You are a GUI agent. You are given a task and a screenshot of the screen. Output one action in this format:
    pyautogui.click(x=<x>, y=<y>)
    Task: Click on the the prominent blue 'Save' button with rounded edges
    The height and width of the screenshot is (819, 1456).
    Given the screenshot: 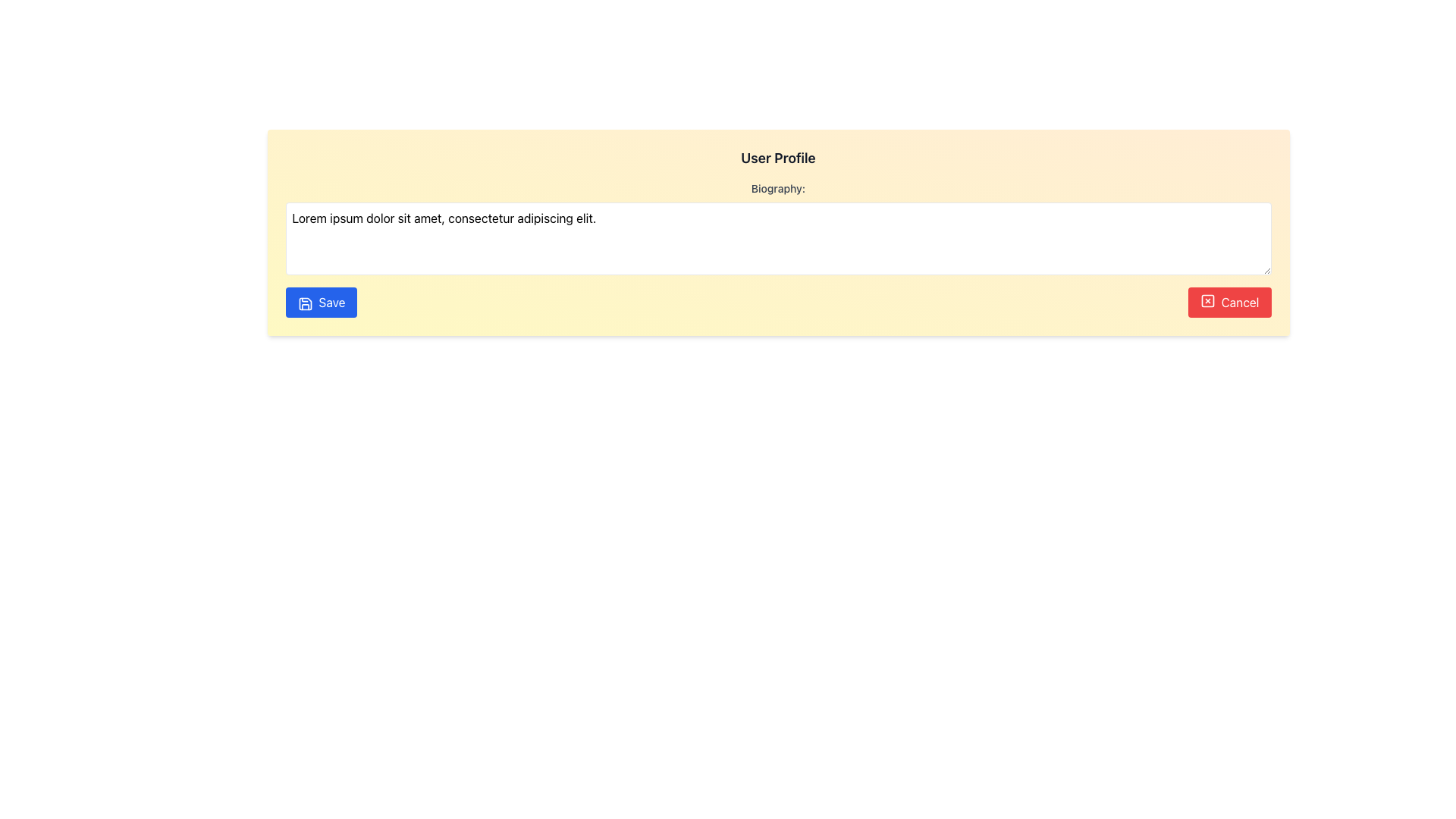 What is the action you would take?
    pyautogui.click(x=320, y=302)
    